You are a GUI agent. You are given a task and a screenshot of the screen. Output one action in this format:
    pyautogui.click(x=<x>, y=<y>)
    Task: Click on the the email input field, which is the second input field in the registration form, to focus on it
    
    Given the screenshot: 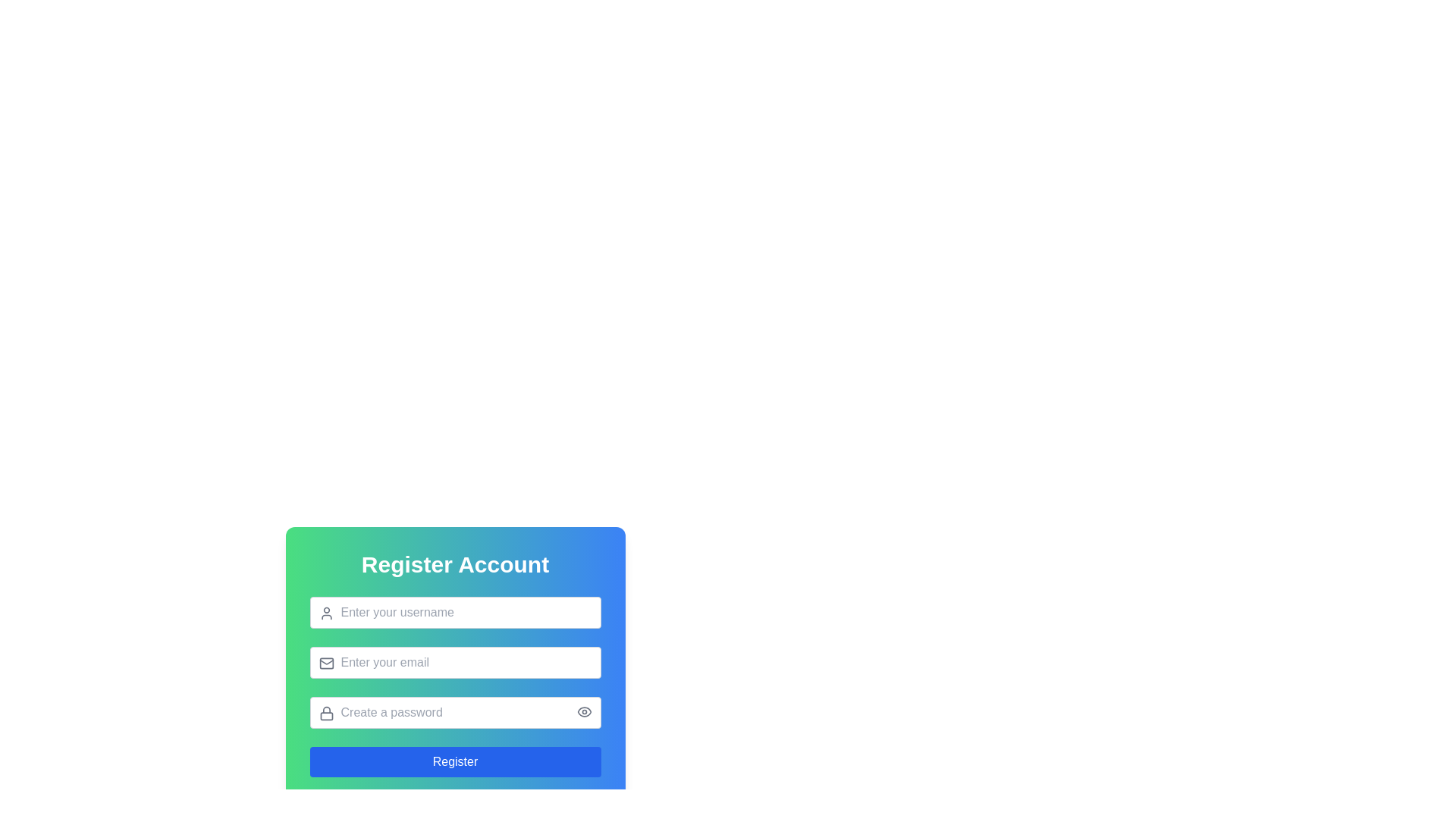 What is the action you would take?
    pyautogui.click(x=454, y=648)
    